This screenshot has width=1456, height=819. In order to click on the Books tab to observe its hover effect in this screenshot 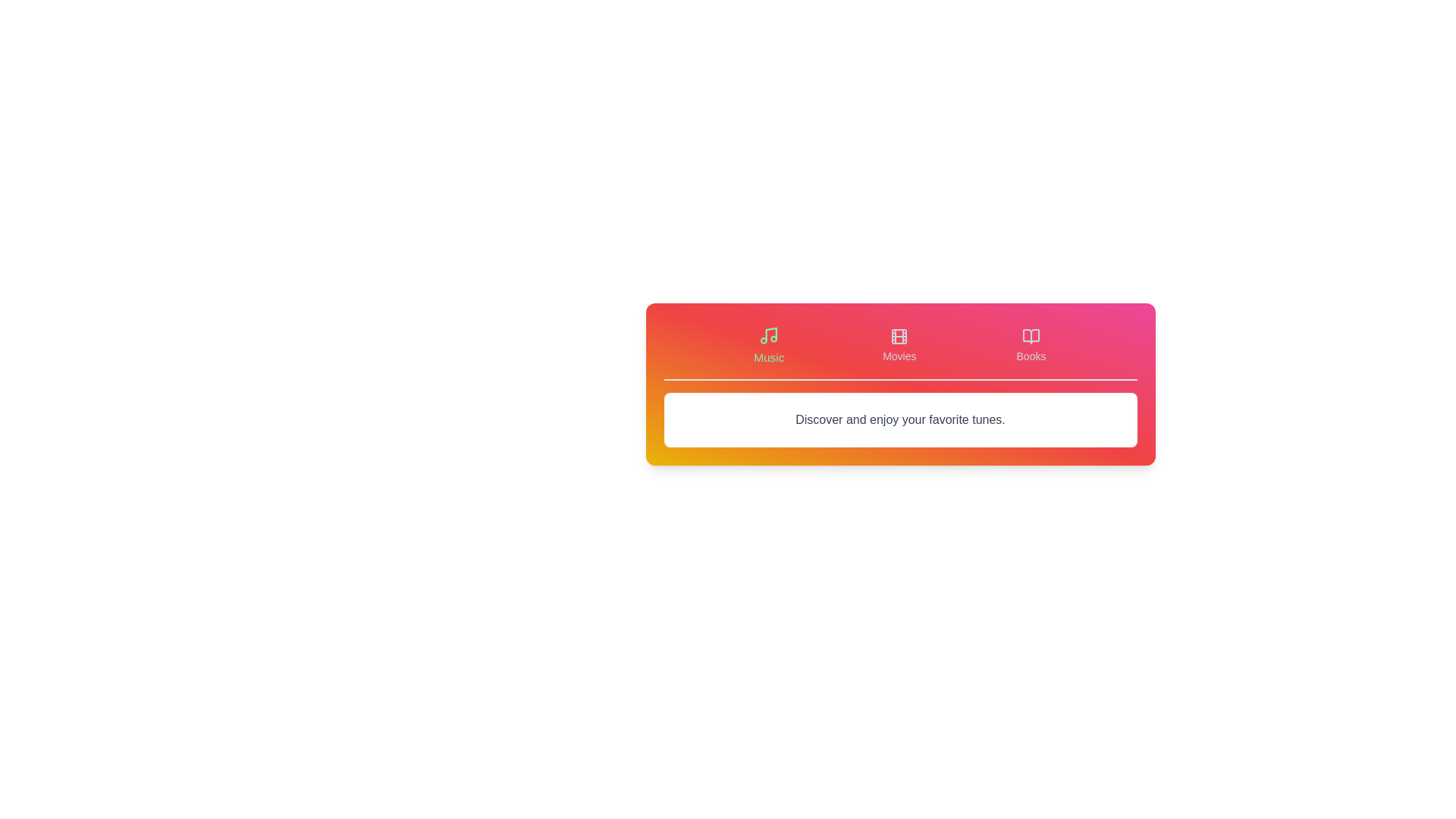, I will do `click(1031, 345)`.